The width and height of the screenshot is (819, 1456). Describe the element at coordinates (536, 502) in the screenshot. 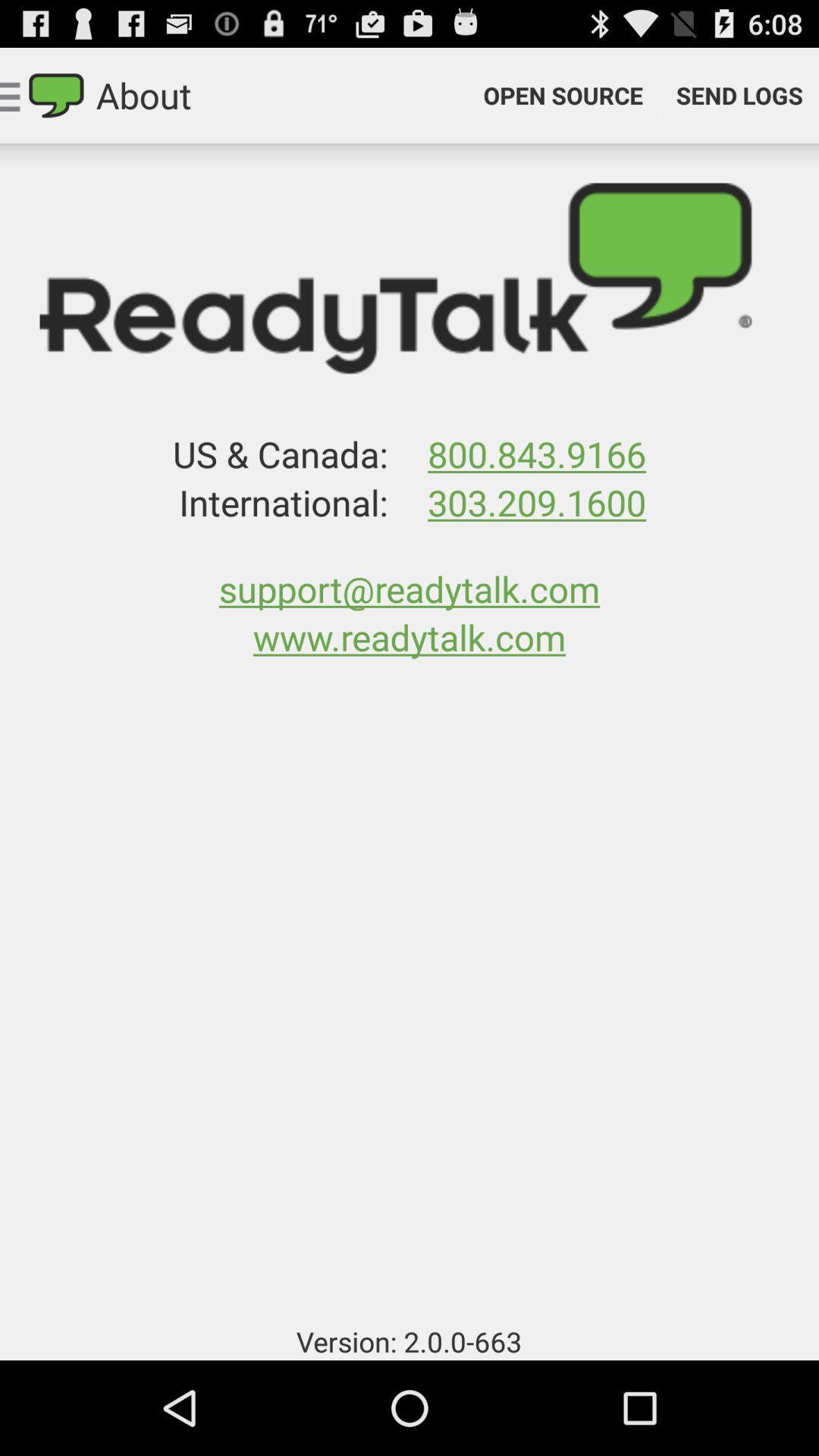

I see `the app above support@readytalk.com icon` at that location.